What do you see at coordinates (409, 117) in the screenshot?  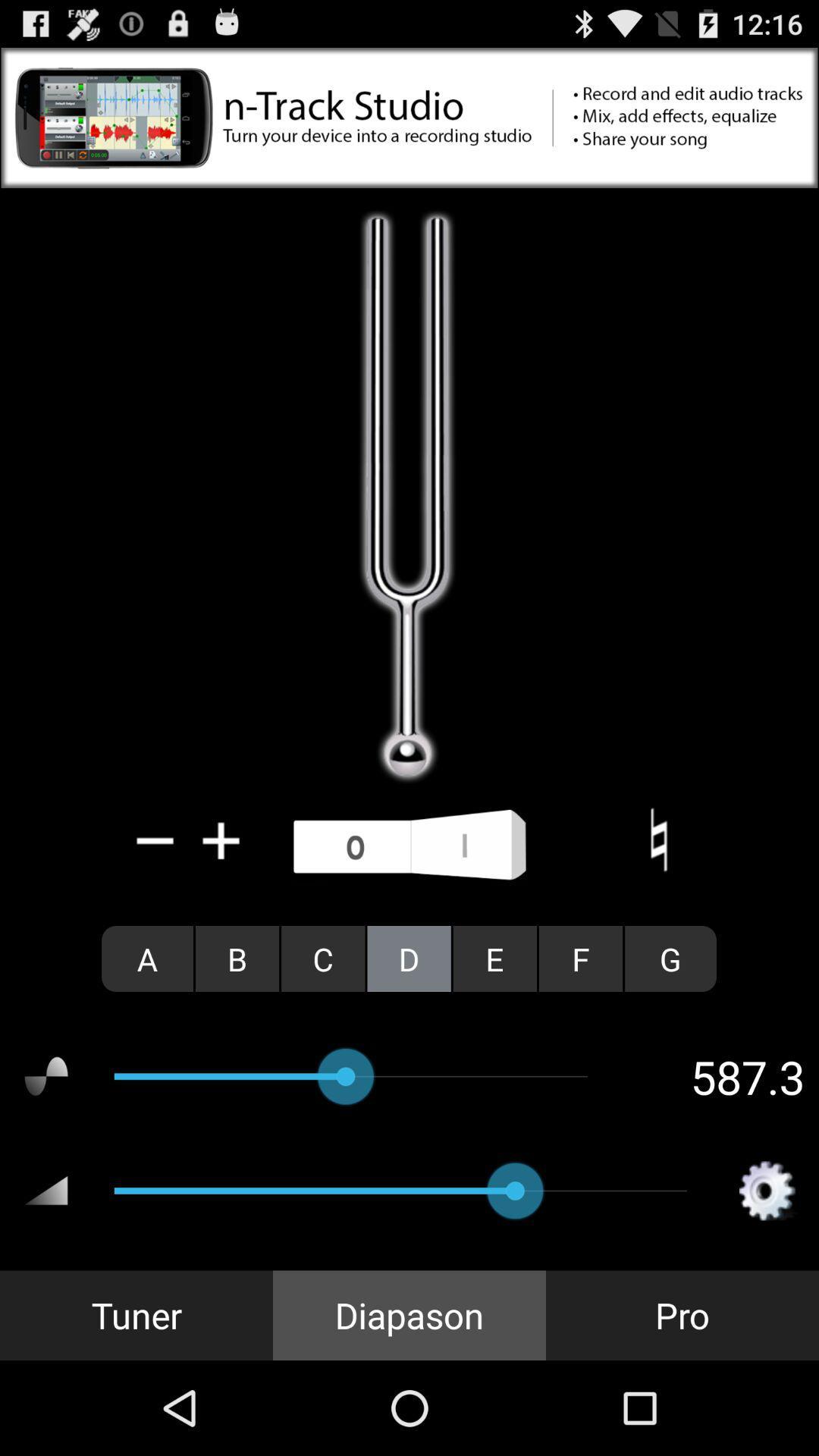 I see `advertisement` at bounding box center [409, 117].